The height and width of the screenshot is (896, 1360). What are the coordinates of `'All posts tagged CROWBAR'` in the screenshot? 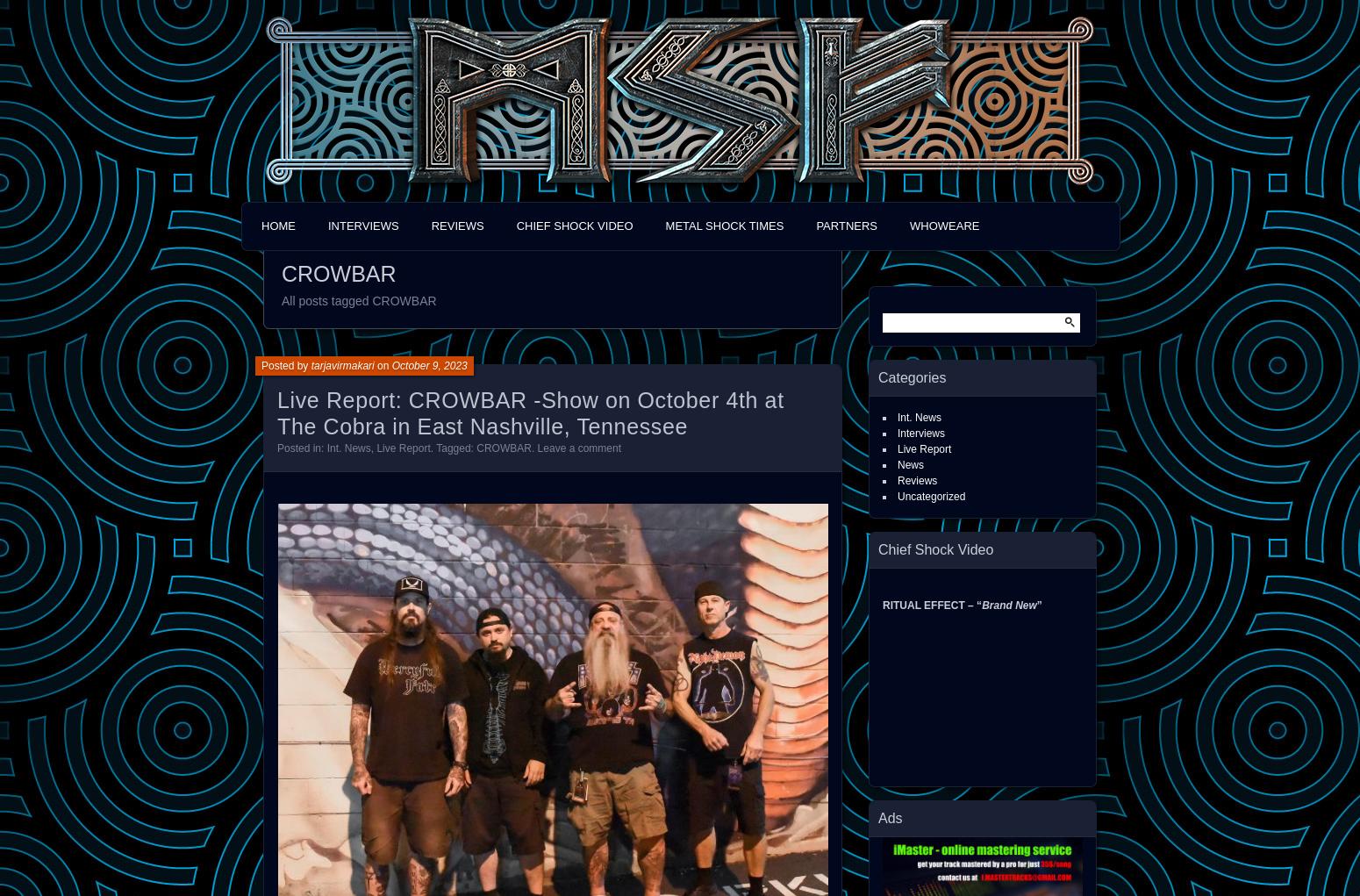 It's located at (359, 299).